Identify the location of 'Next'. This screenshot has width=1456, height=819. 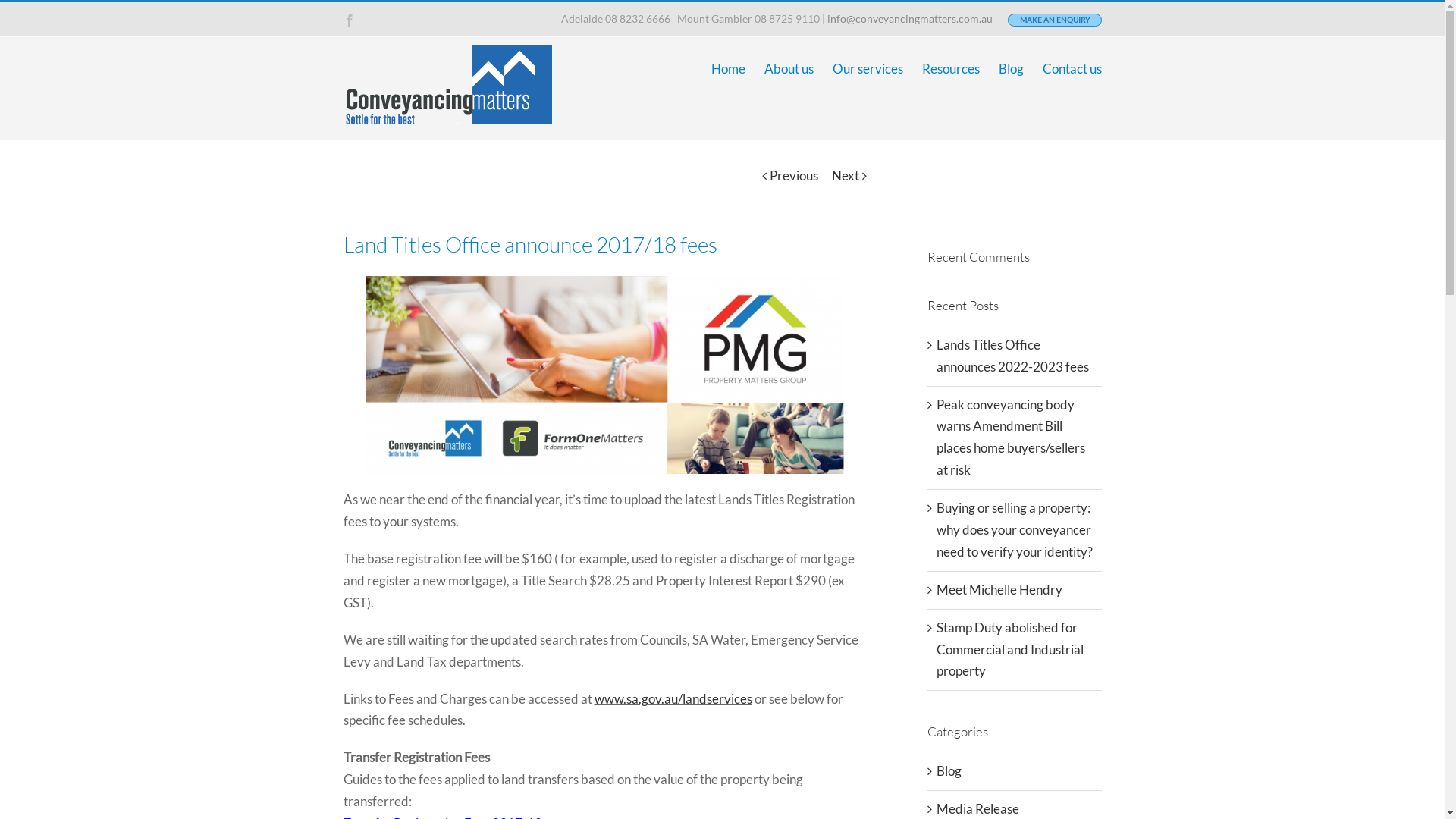
(843, 174).